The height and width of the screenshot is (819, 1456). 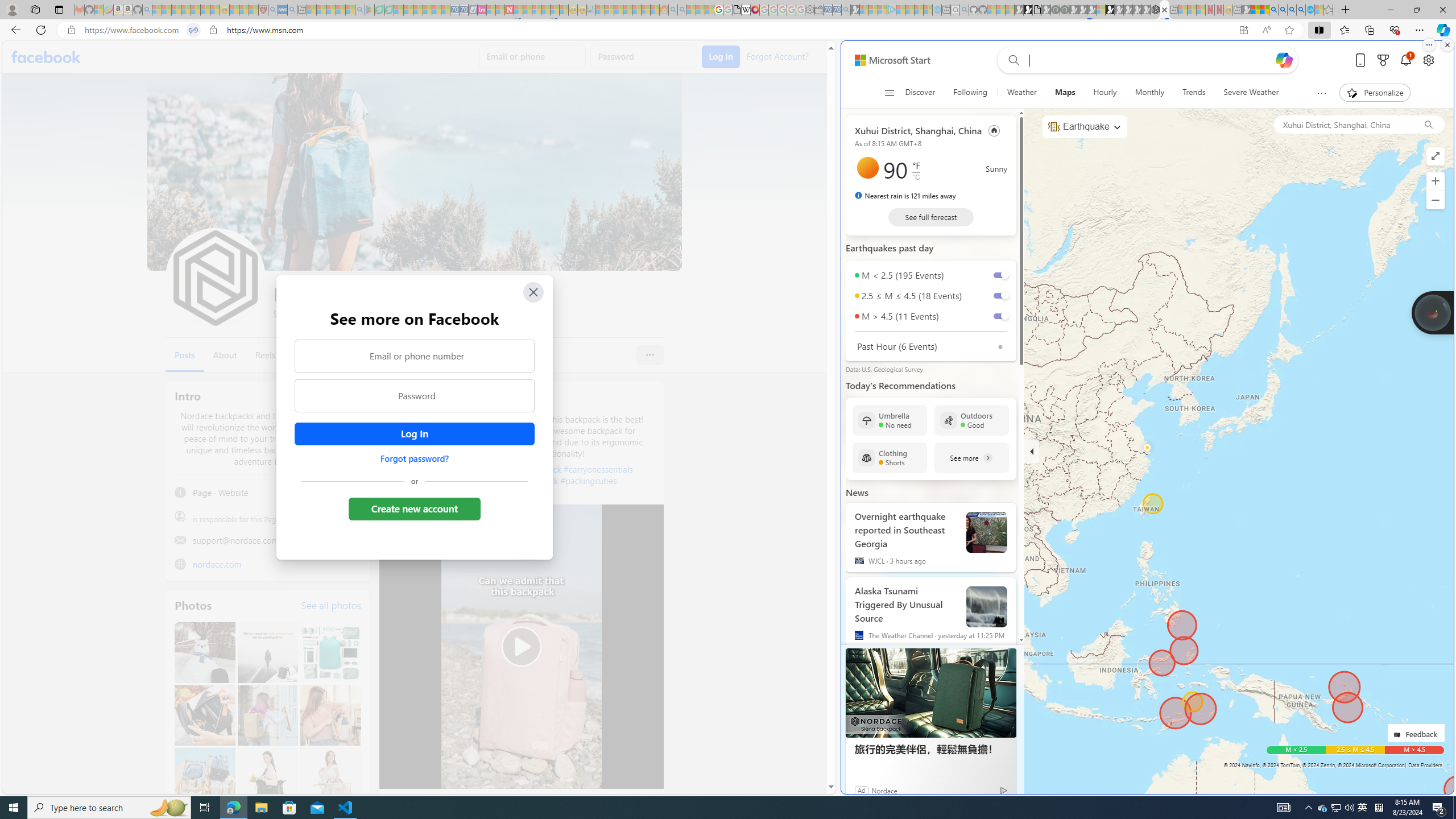 I want to click on 'Discover', so click(x=920, y=92).